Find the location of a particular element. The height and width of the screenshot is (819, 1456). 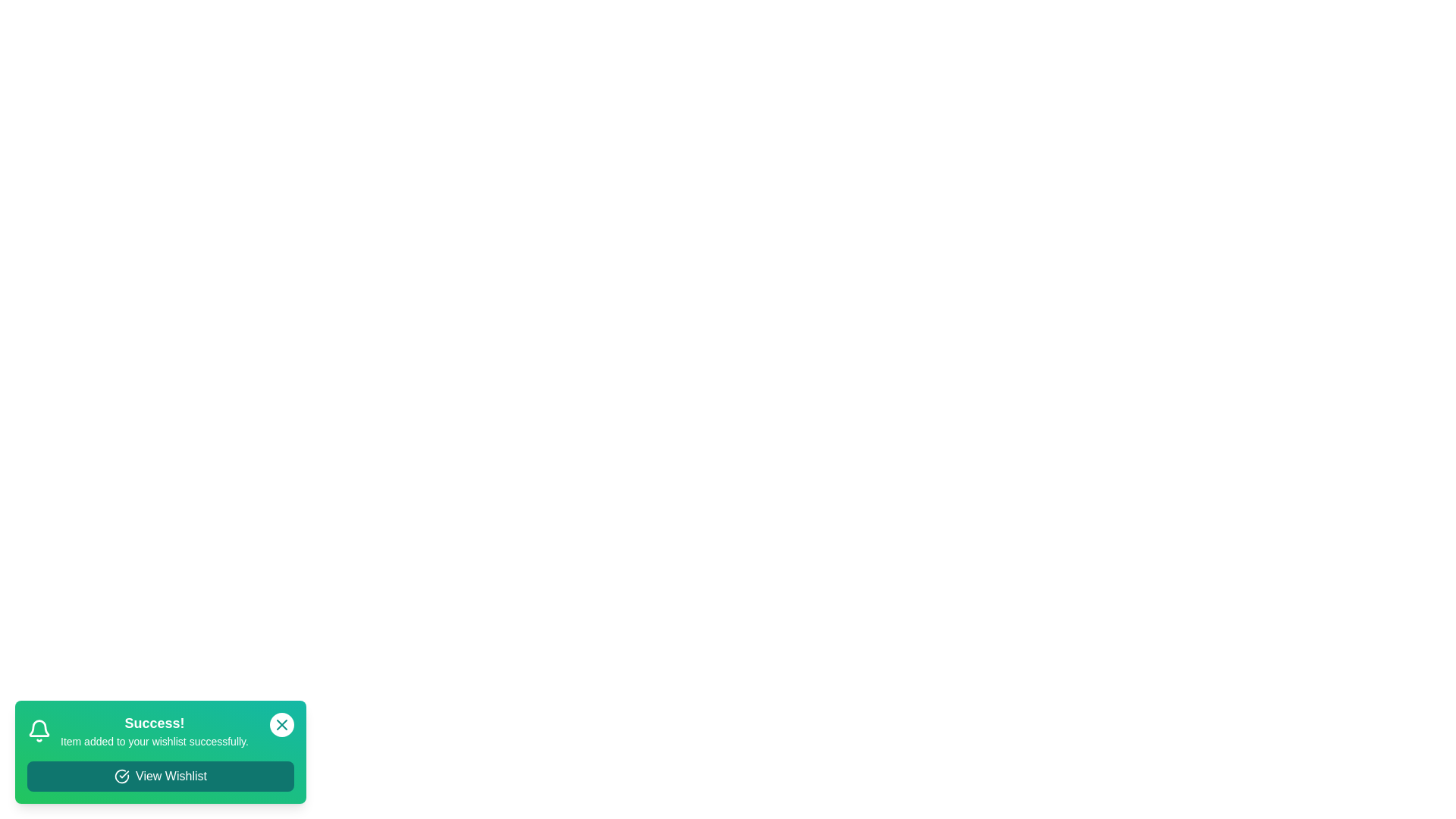

'View Wishlist' button to view the wishlist is located at coordinates (160, 776).